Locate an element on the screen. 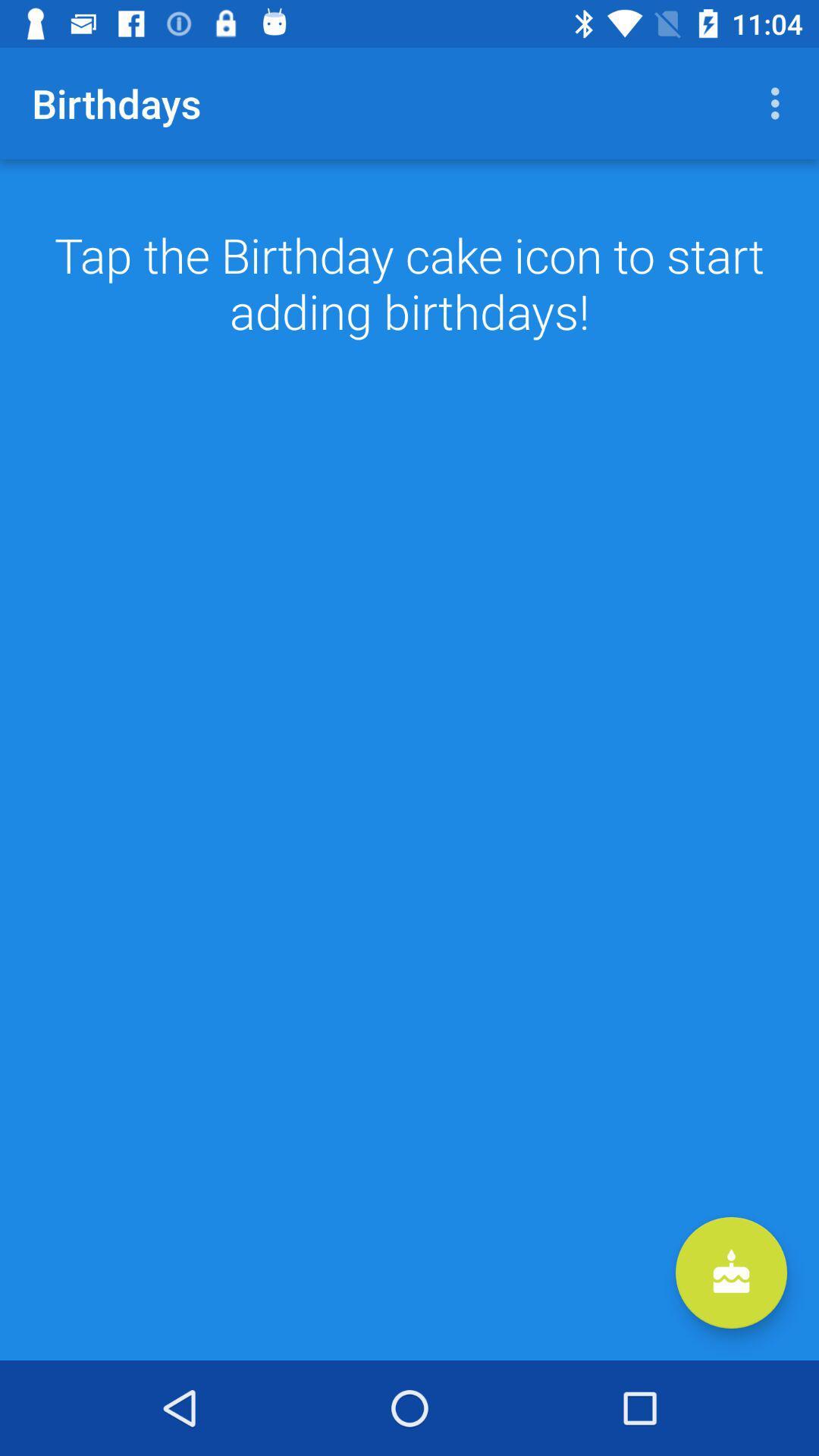  the icon at the top right corner is located at coordinates (779, 102).